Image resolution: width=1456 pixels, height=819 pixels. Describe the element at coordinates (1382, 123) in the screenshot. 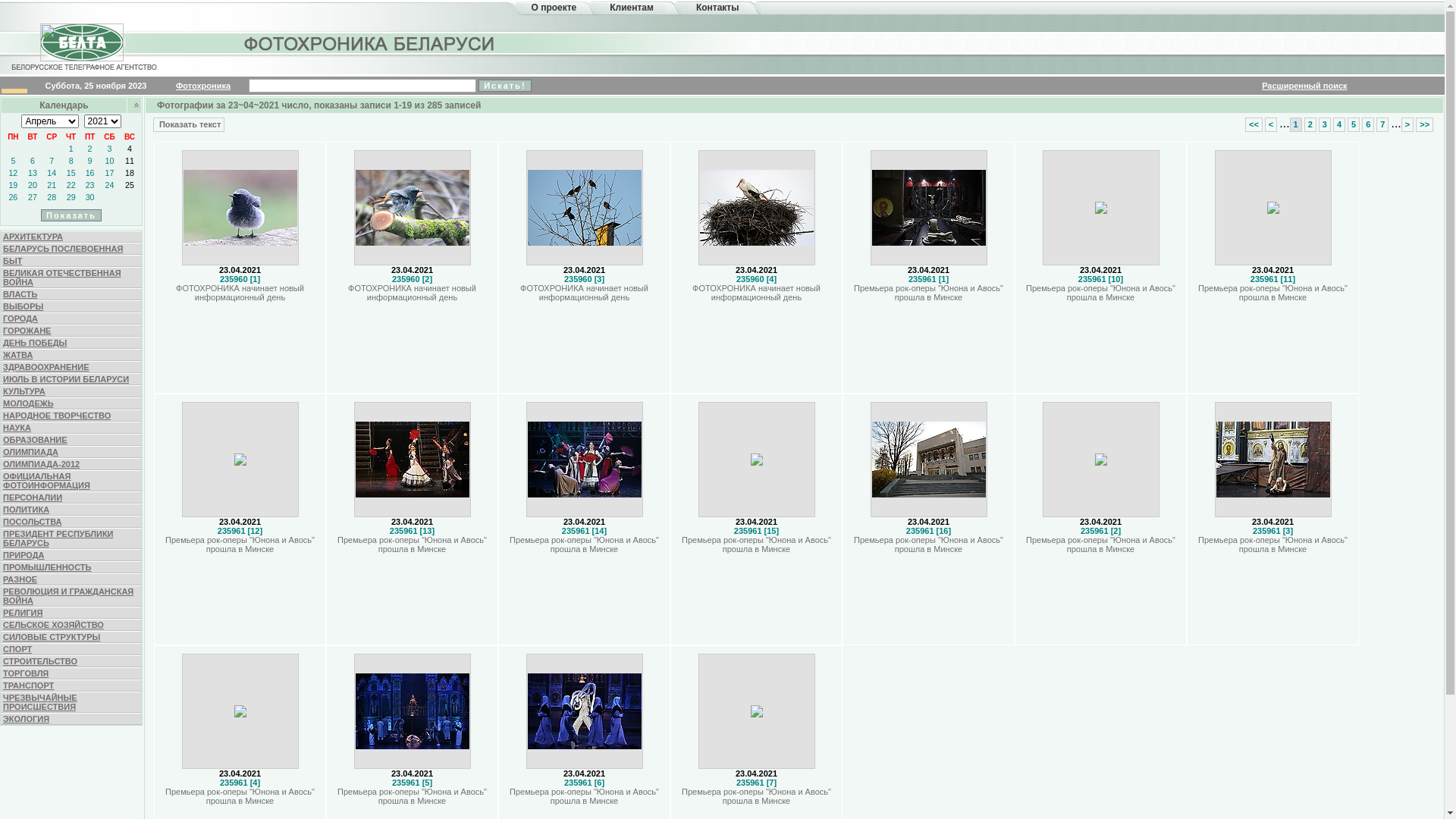

I see `'7'` at that location.